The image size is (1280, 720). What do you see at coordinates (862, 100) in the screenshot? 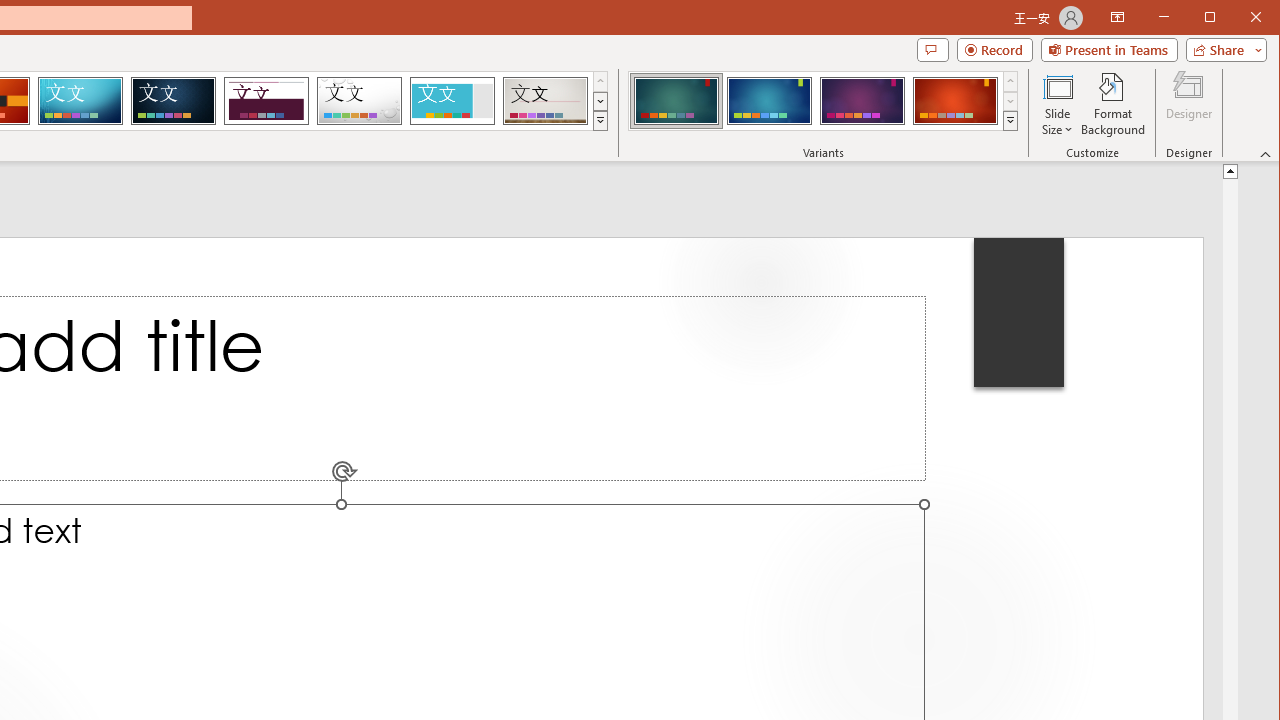
I see `'Ion Variant 3'` at bounding box center [862, 100].